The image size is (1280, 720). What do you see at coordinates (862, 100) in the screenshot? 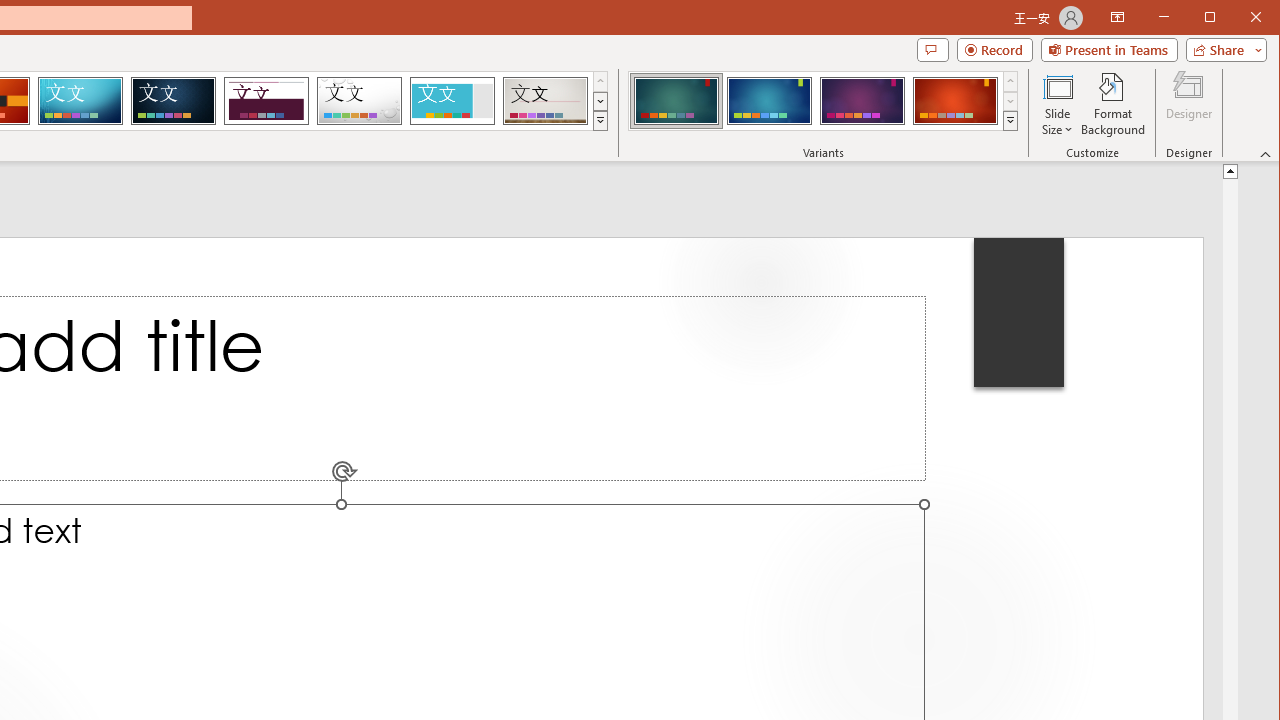
I see `'Ion Variant 3'` at bounding box center [862, 100].